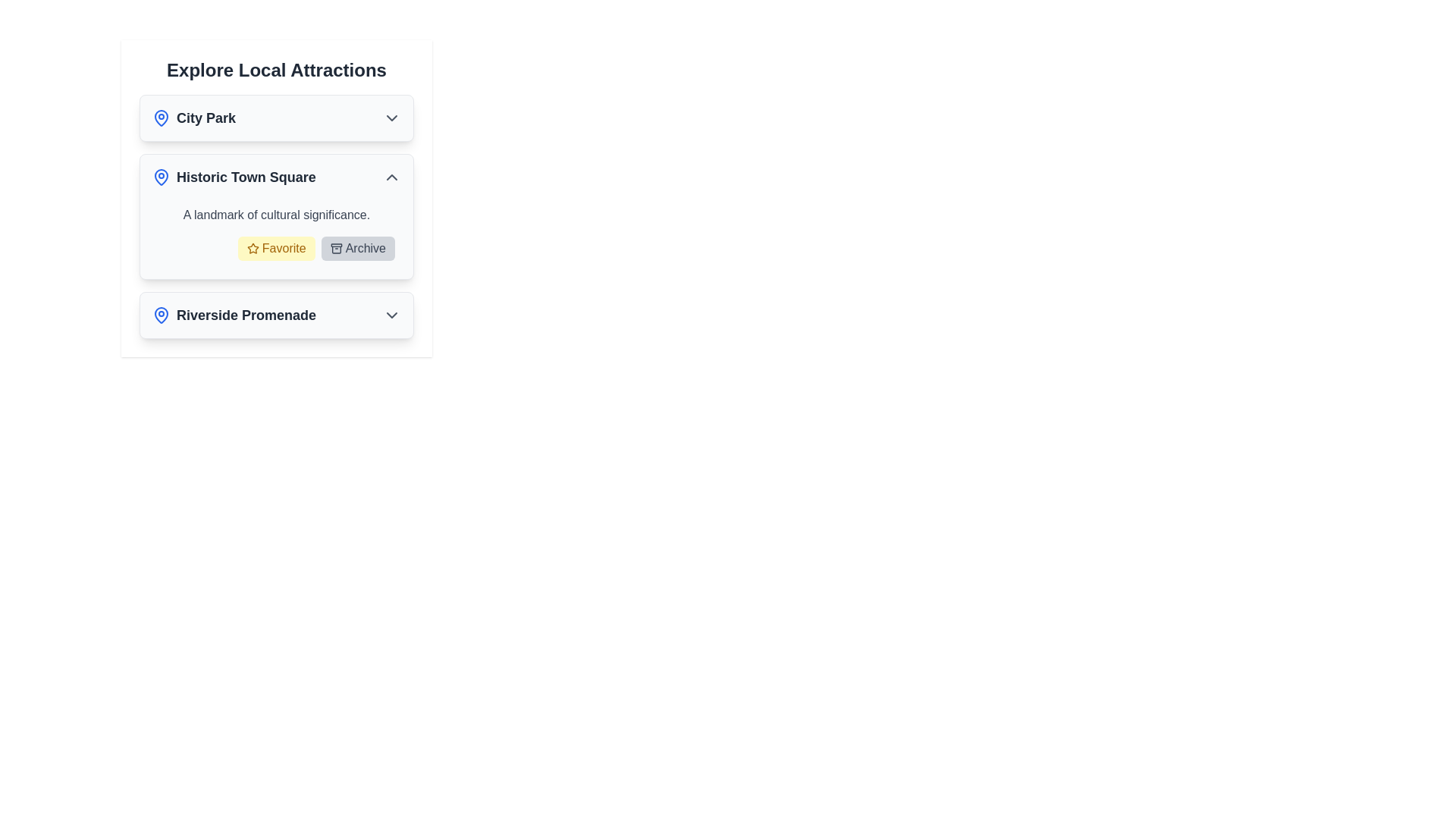 The width and height of the screenshot is (1456, 819). What do you see at coordinates (357, 247) in the screenshot?
I see `the 'Archive' button with a light gray background and dark gray text label, located in the button group at the bottom of the 'Historic Town Square' card` at bounding box center [357, 247].